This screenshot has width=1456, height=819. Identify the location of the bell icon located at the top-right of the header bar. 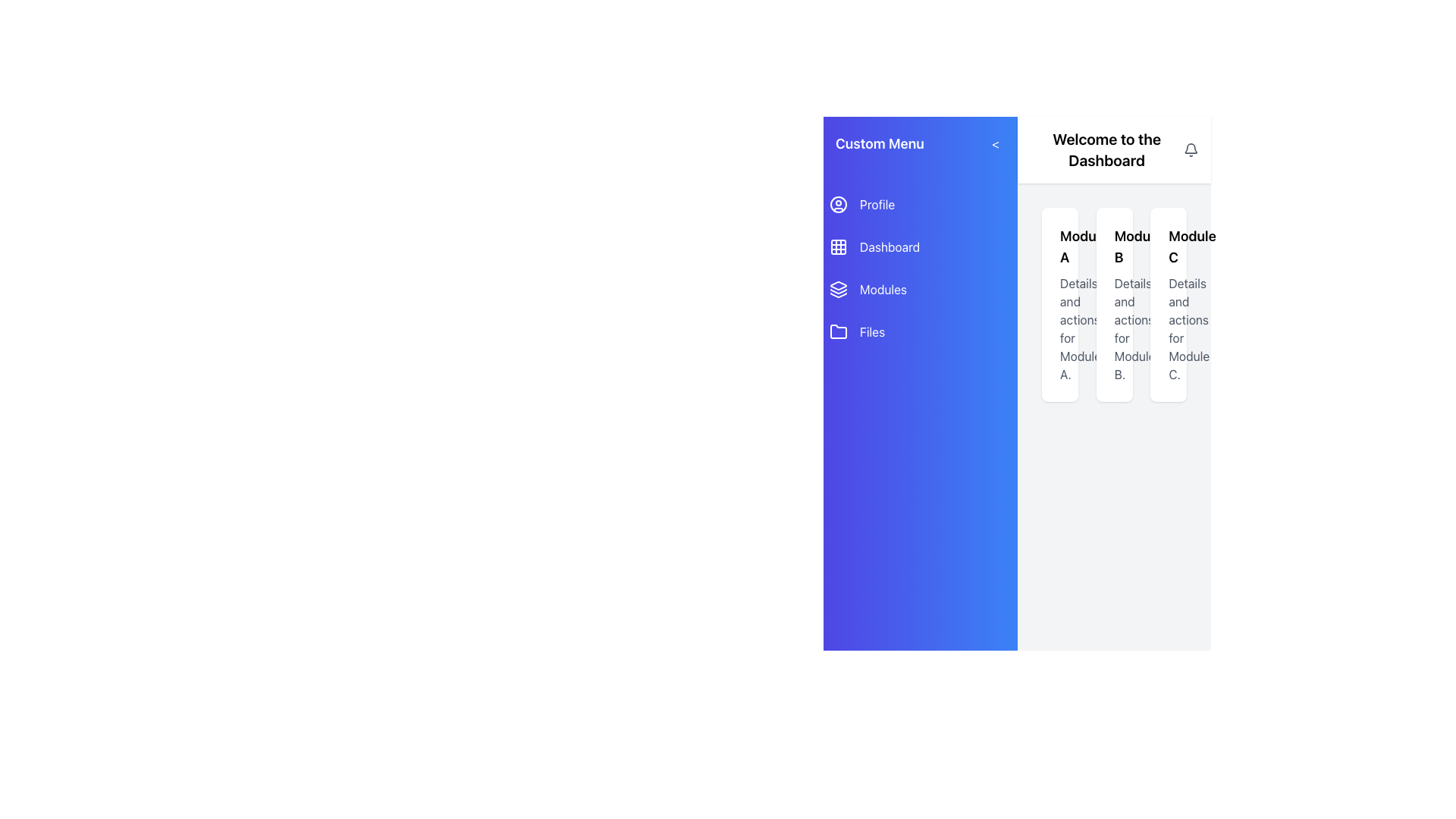
(1191, 149).